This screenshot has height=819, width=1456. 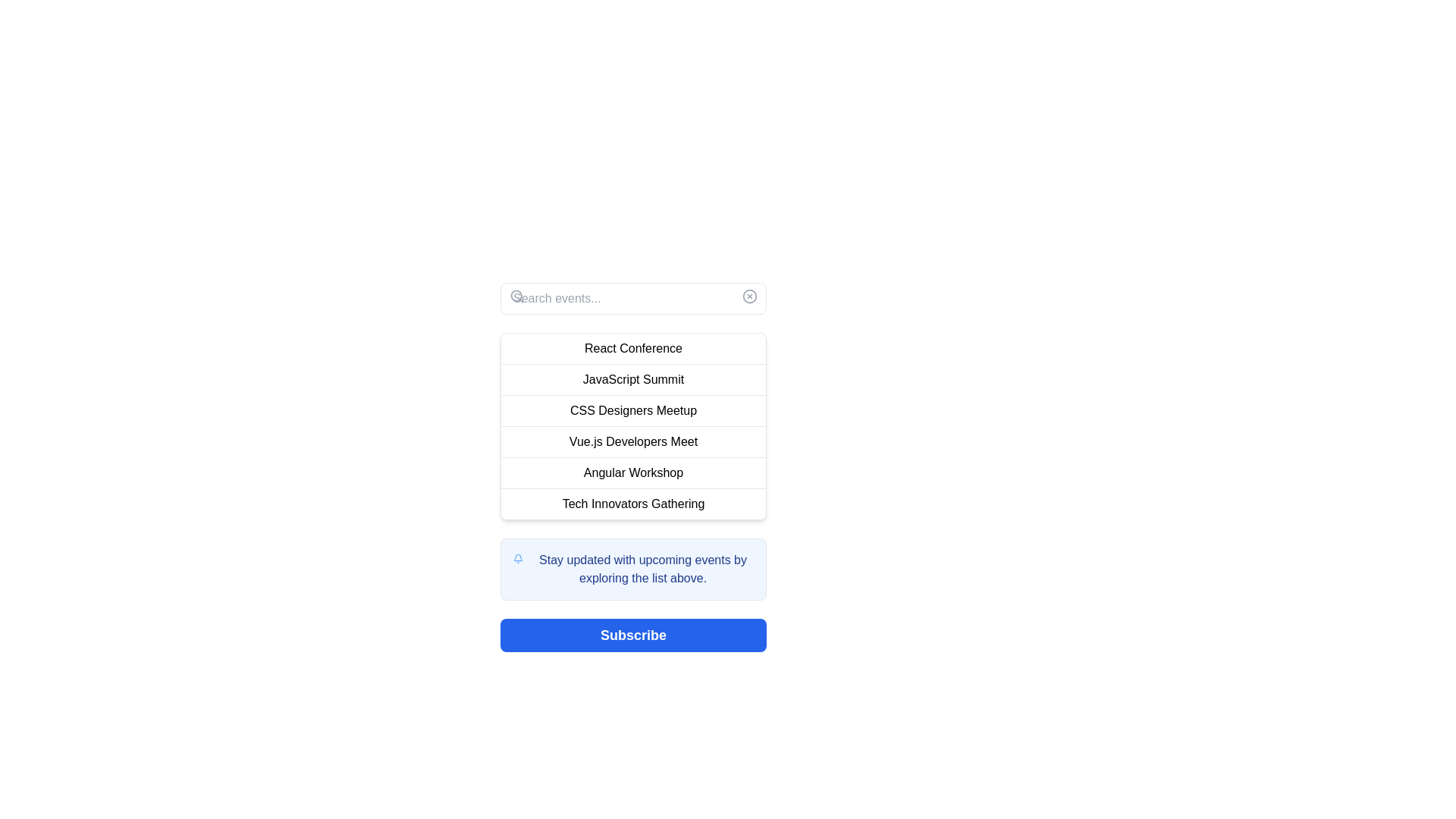 What do you see at coordinates (516, 296) in the screenshot?
I see `the circular part of the search icon, which indicates a search-related functionality and is located towards the left inside the search bar at the top-center of the layout` at bounding box center [516, 296].